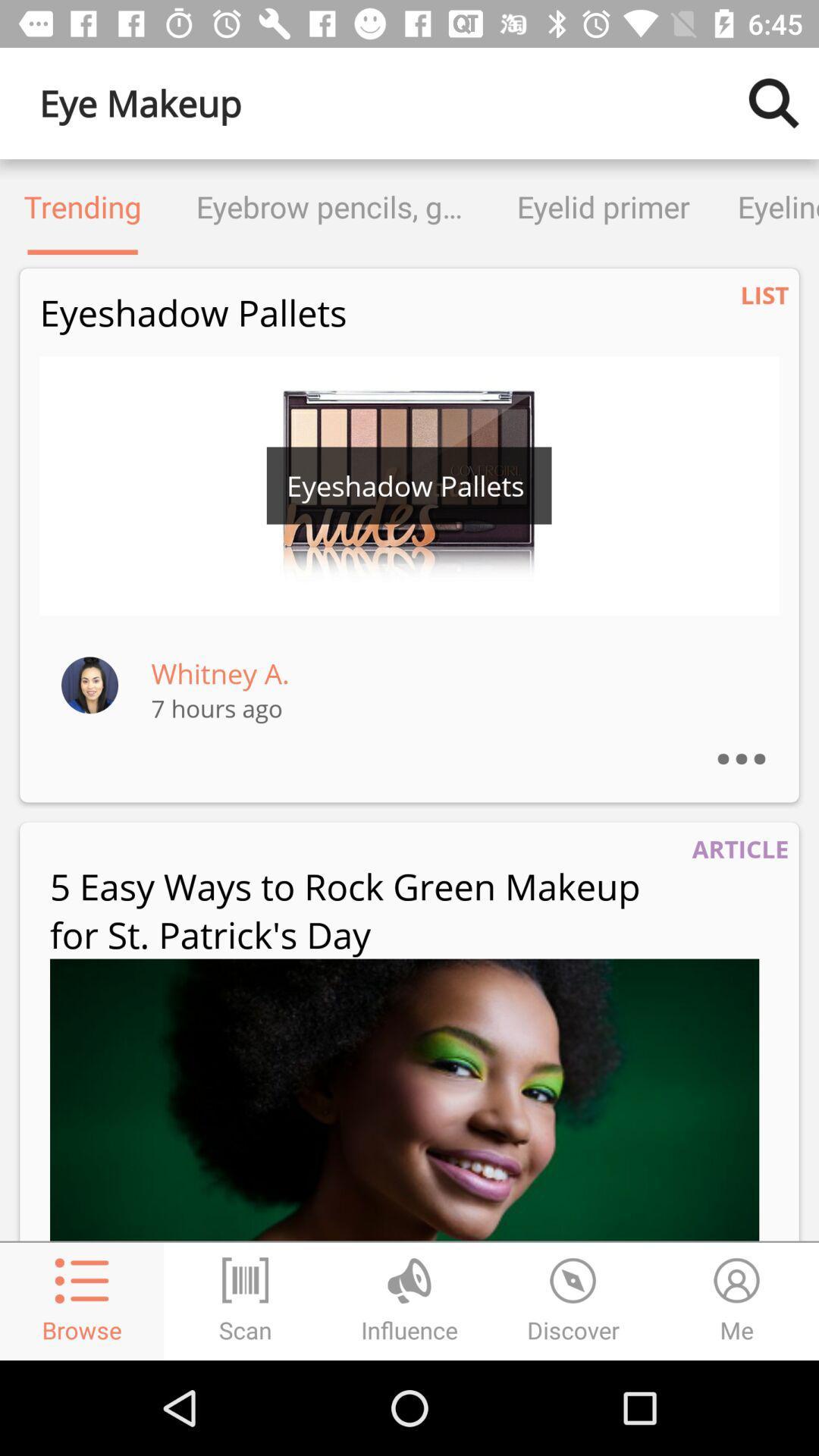 Image resolution: width=819 pixels, height=1456 pixels. Describe the element at coordinates (773, 102) in the screenshot. I see `to search` at that location.